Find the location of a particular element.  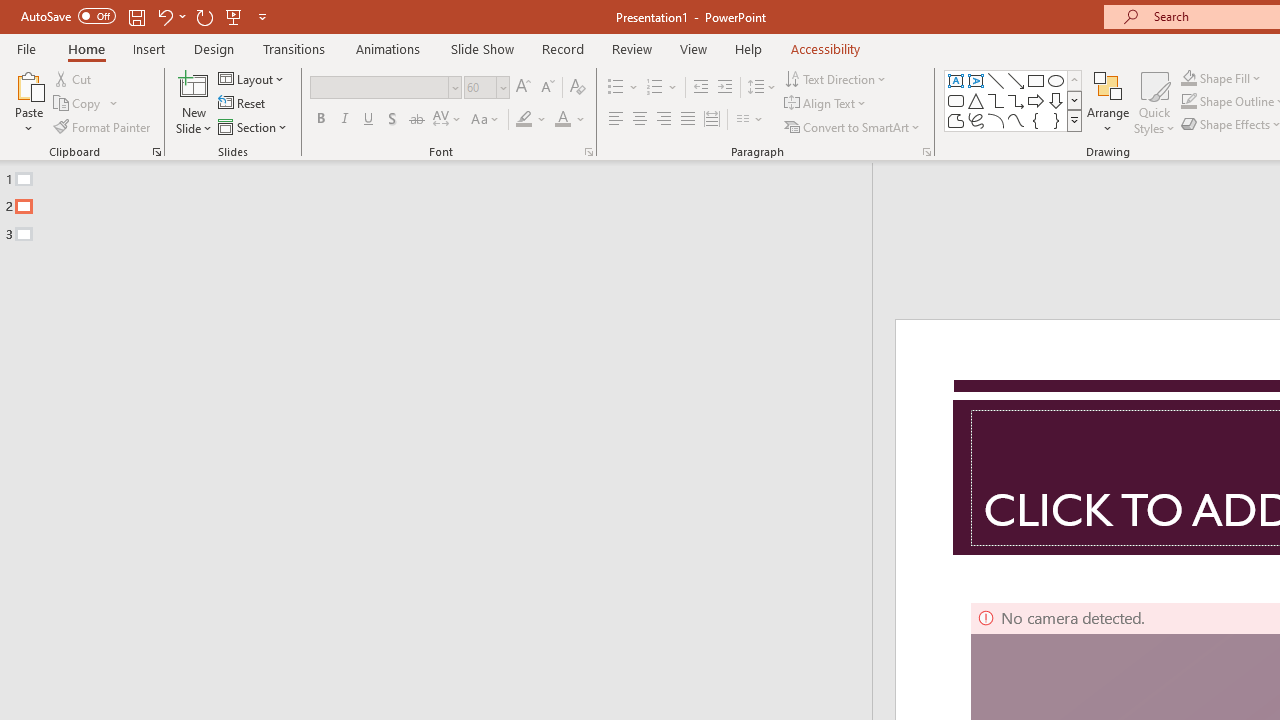

'Underline' is located at coordinates (369, 119).